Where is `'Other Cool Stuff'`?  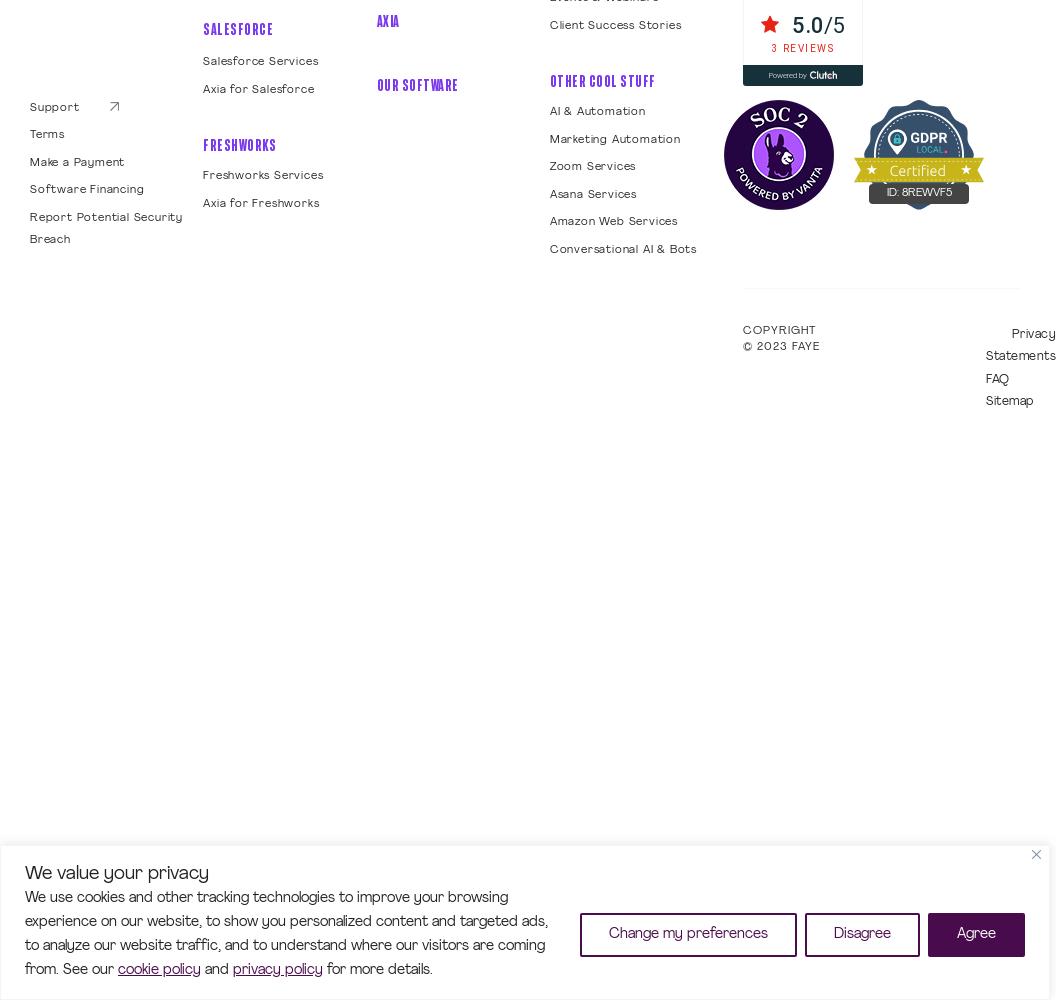 'Other Cool Stuff' is located at coordinates (601, 80).